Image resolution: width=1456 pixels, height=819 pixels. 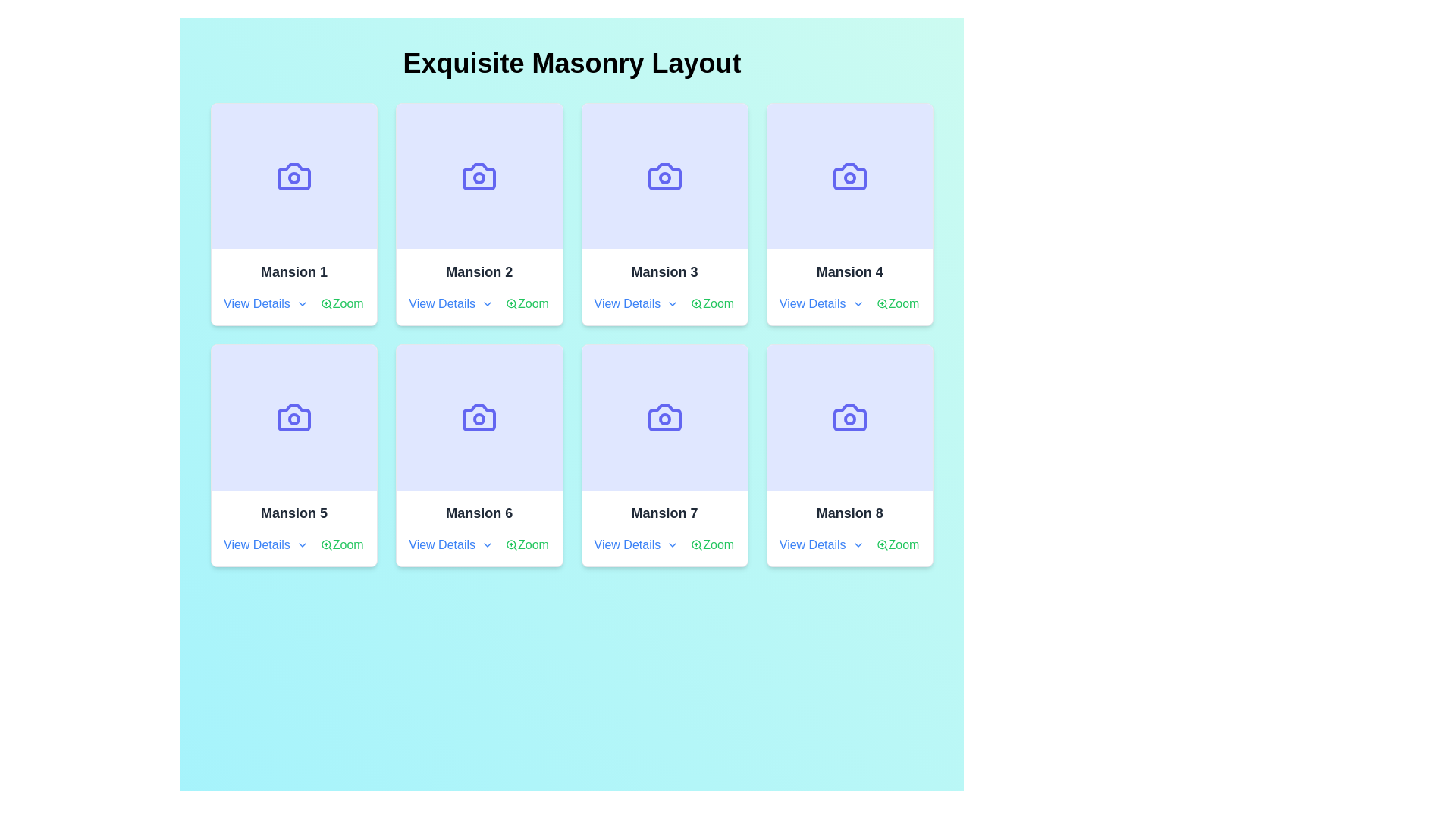 What do you see at coordinates (294, 418) in the screenshot?
I see `the camera icon located in the upper section of the fifth card, directly above the 'Mansion 5' text` at bounding box center [294, 418].